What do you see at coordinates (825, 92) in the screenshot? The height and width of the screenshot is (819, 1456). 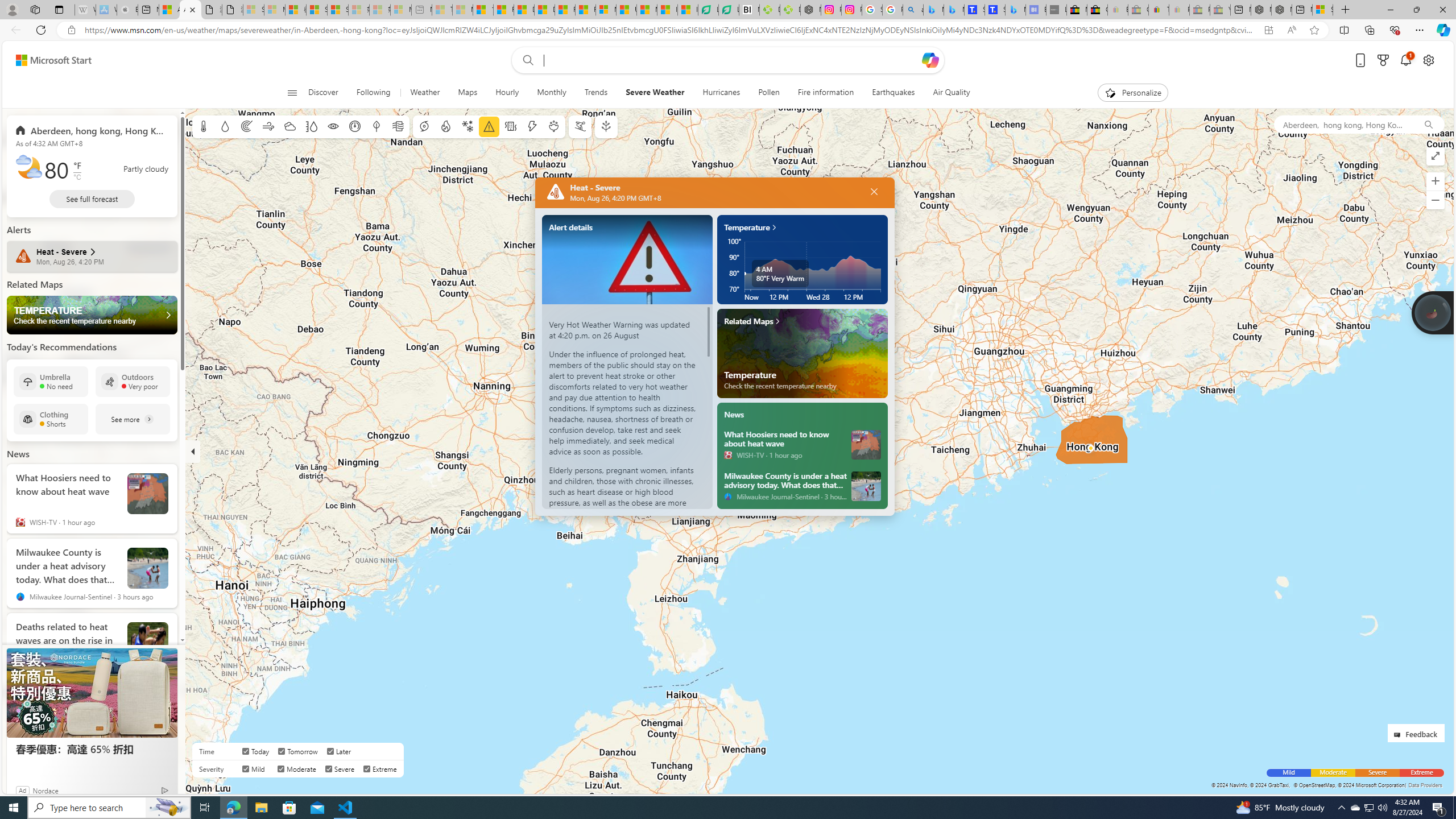 I see `'Fire information'` at bounding box center [825, 92].